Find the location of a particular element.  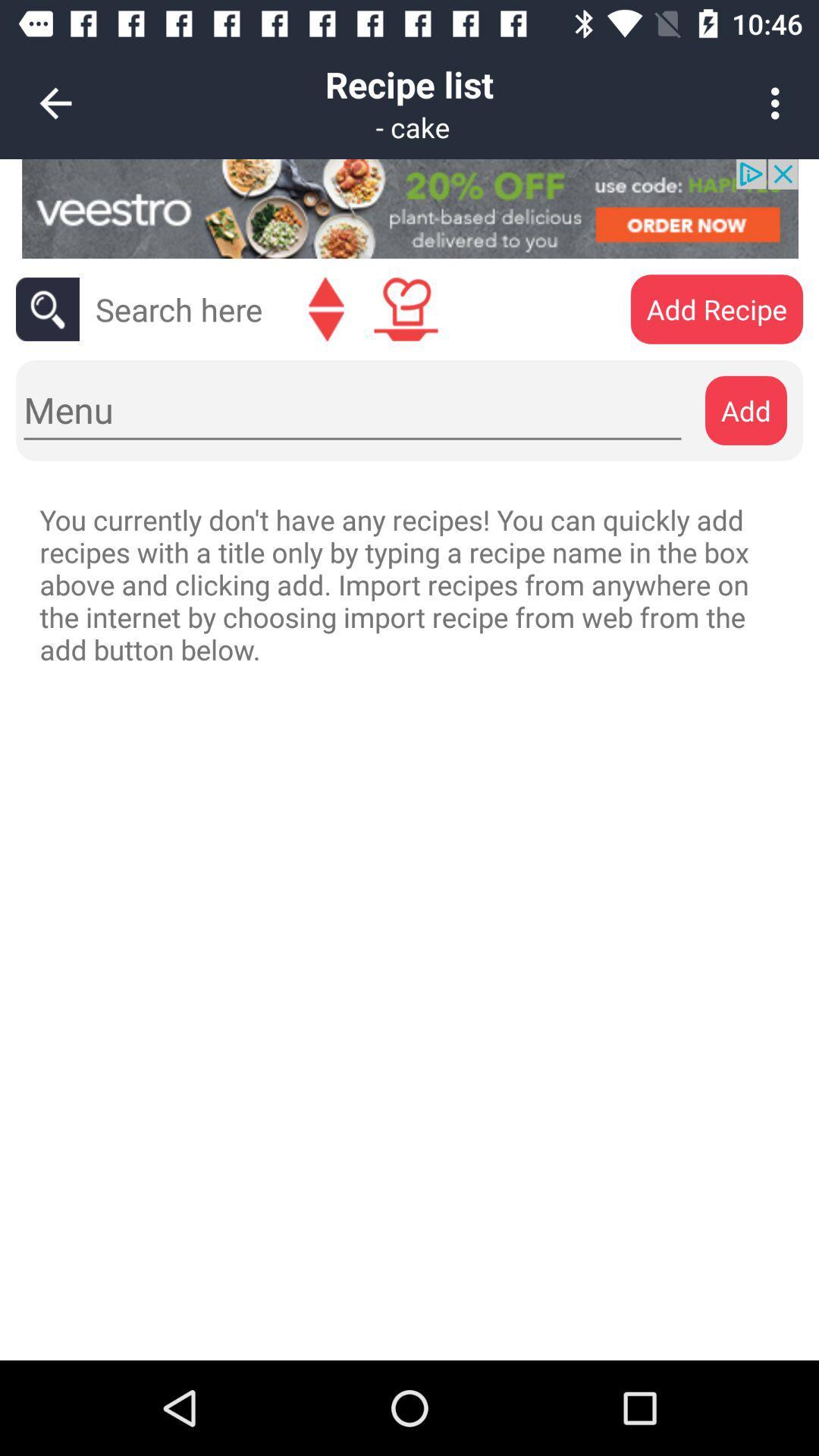

search box is located at coordinates (178, 309).